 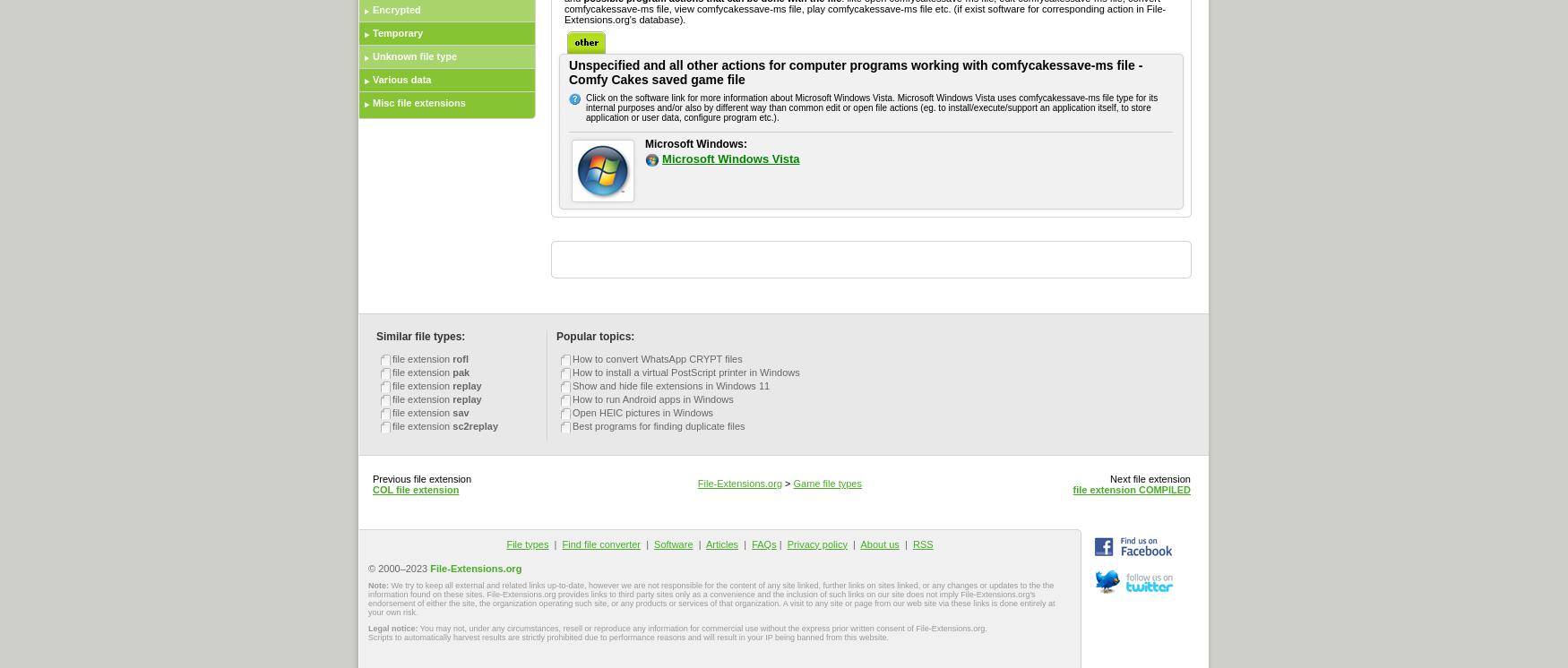 I want to click on 'Software', so click(x=653, y=544).